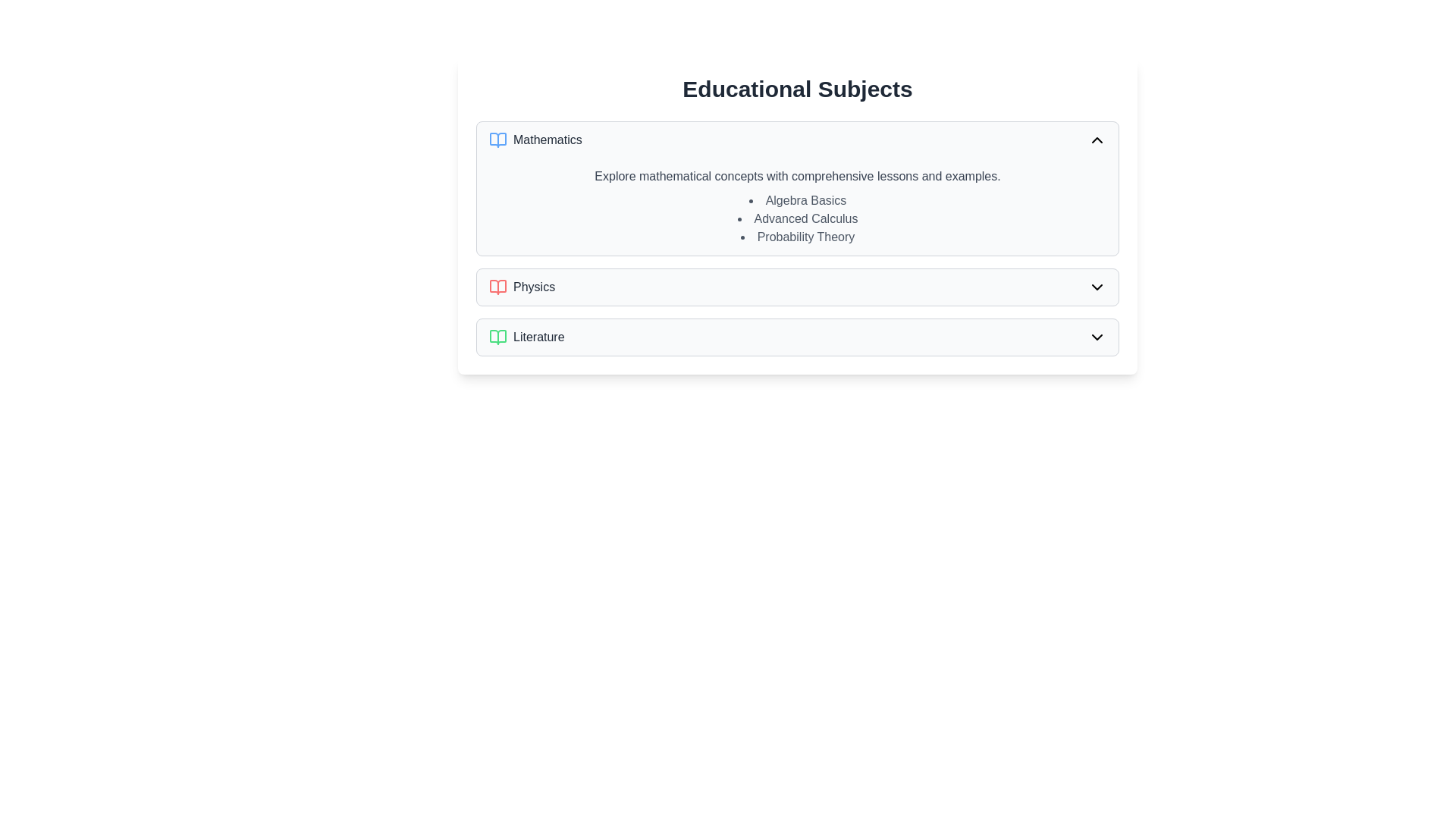 The width and height of the screenshot is (1456, 819). What do you see at coordinates (796, 175) in the screenshot?
I see `the first textual description in the 'Mathematics' section that reads 'Explore mathematical concepts with comprehensive lessons and examples.'` at bounding box center [796, 175].